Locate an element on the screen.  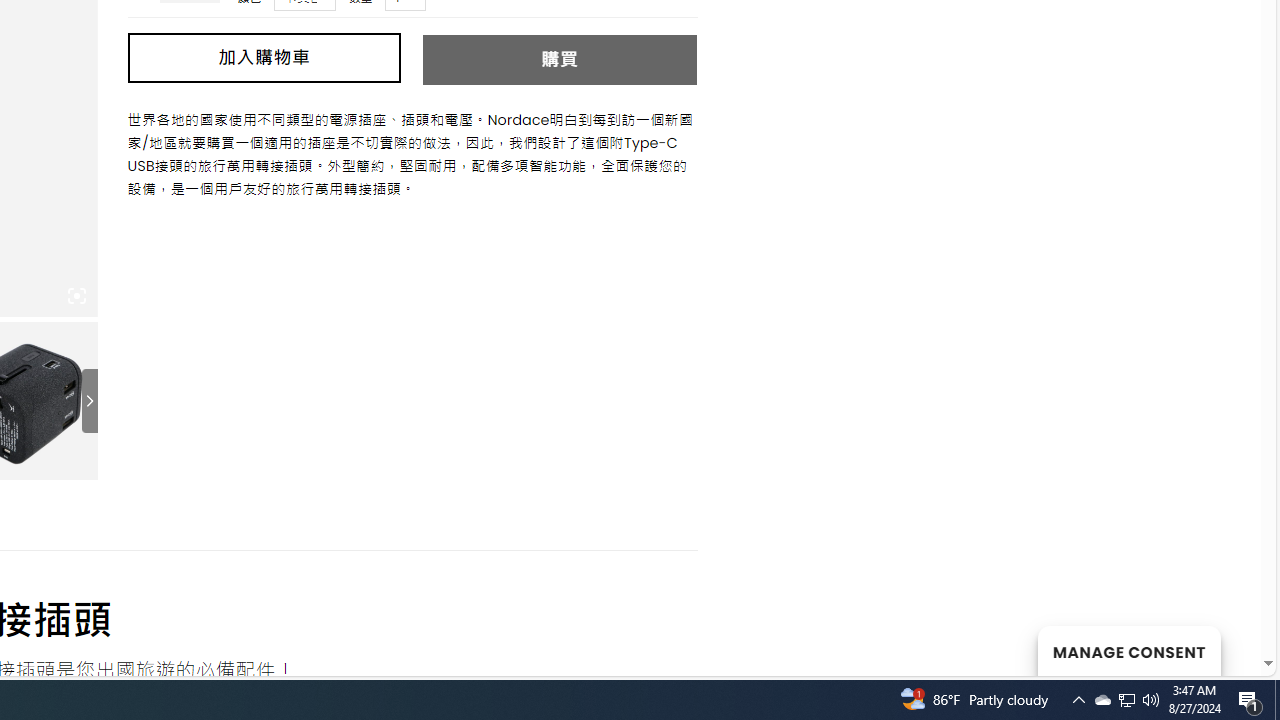
'Class: iconic-woothumbs-fullscreen' is located at coordinates (76, 296).